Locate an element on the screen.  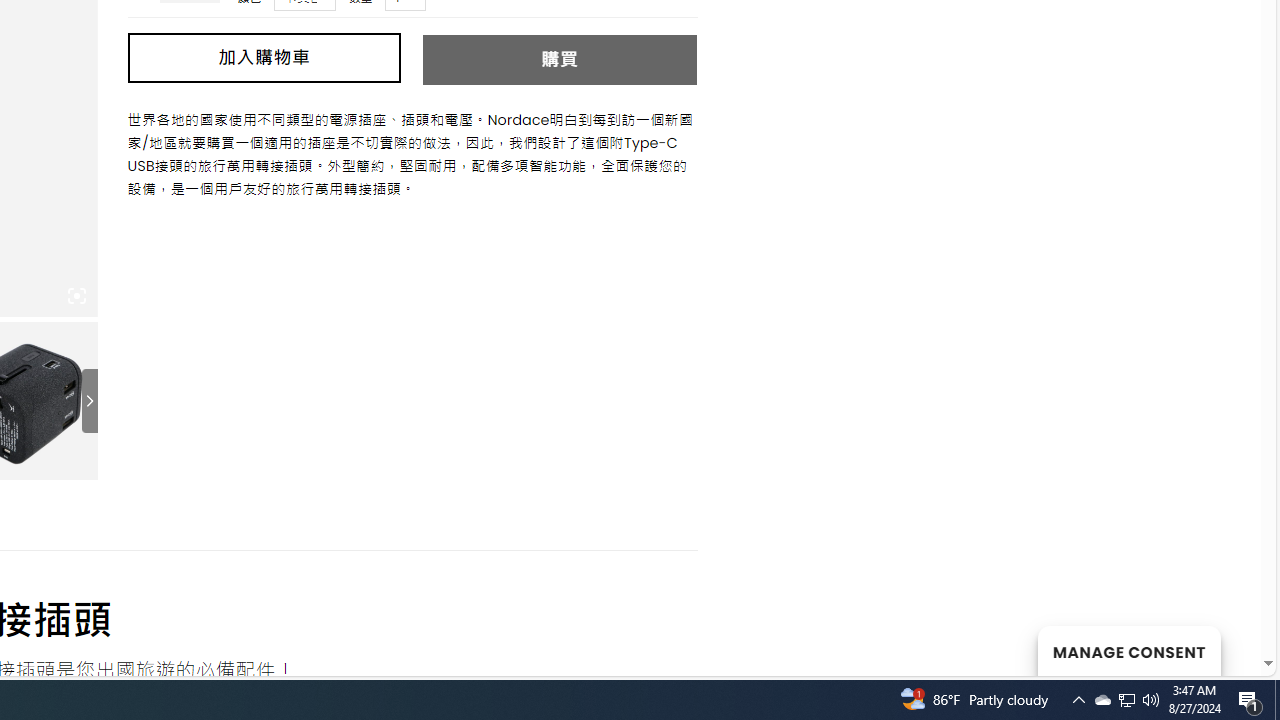
'Class: iconic-woothumbs-fullscreen' is located at coordinates (76, 296).